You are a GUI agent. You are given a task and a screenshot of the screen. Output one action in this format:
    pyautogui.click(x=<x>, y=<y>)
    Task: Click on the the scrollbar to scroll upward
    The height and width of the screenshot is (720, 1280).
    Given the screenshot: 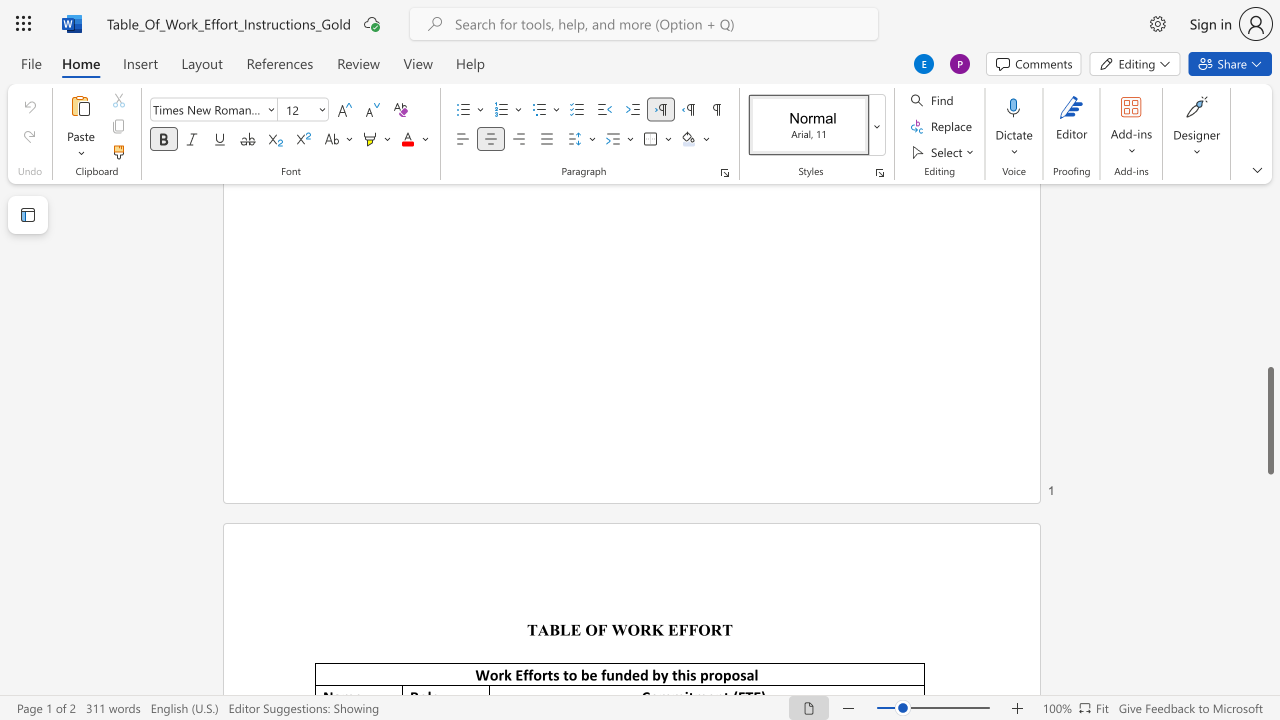 What is the action you would take?
    pyautogui.click(x=1269, y=248)
    